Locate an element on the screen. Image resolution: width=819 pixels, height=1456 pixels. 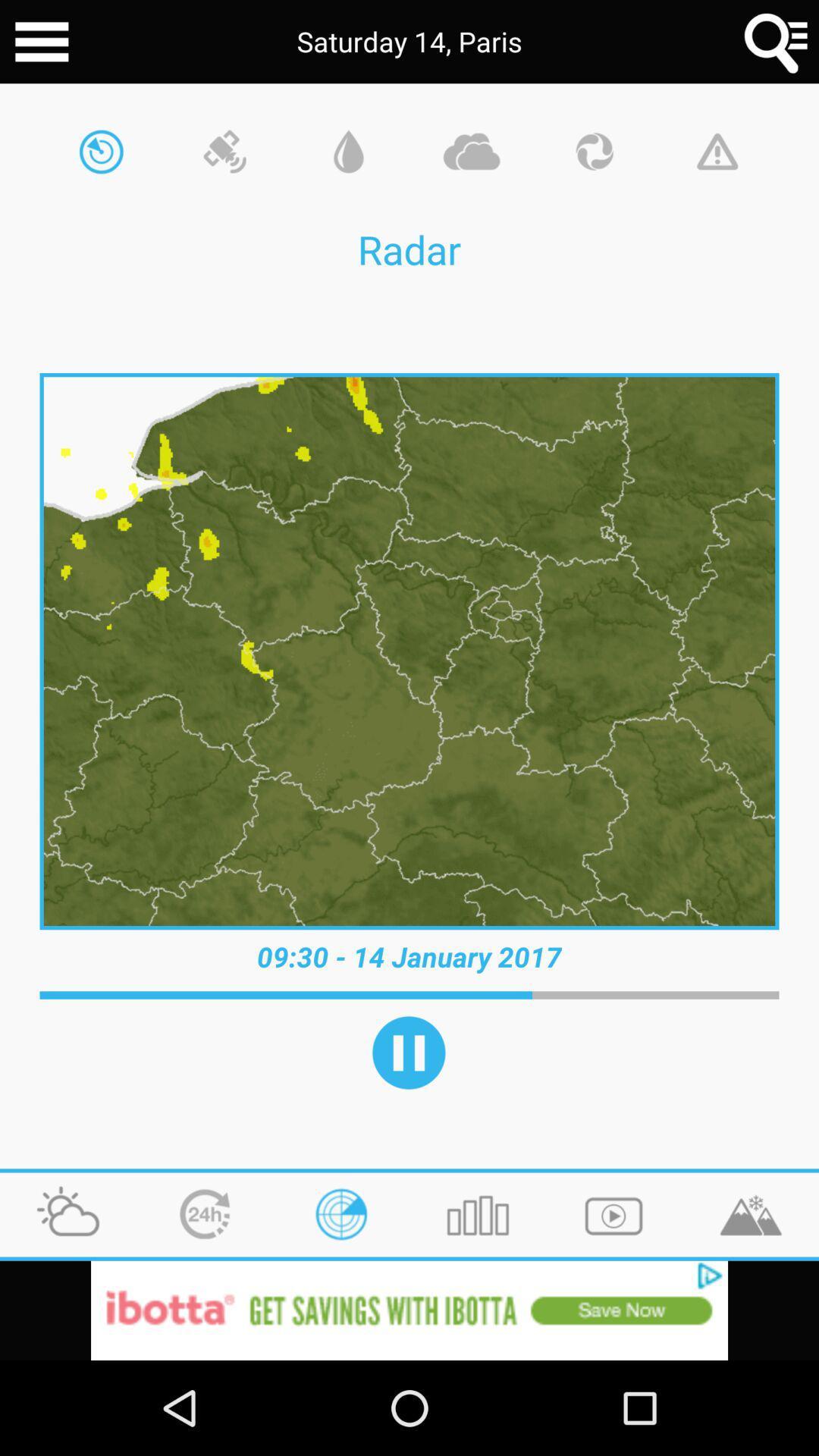
search is located at coordinates (777, 42).